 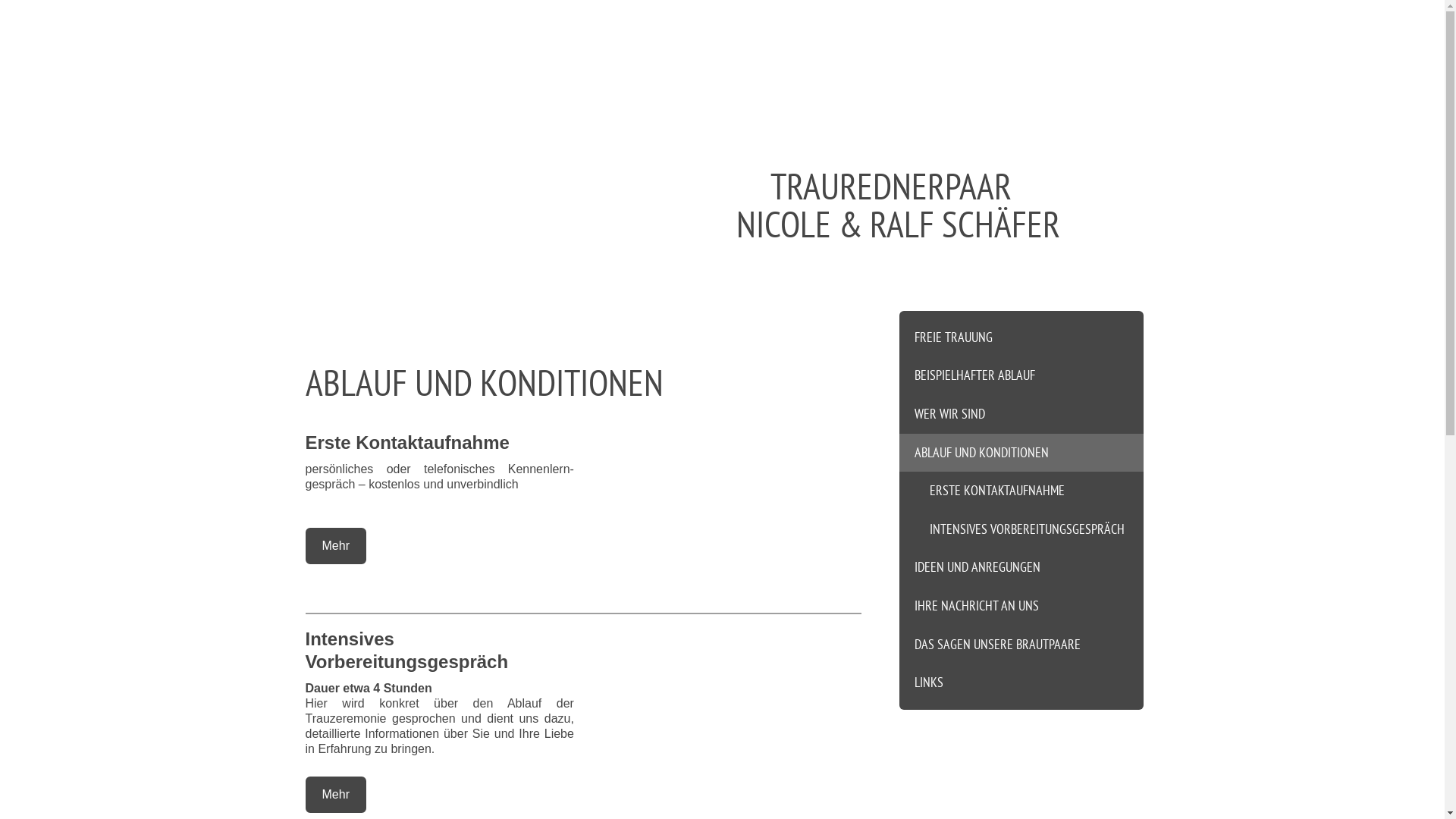 I want to click on 'IHRE NACHRICHT AN UNS', so click(x=1021, y=605).